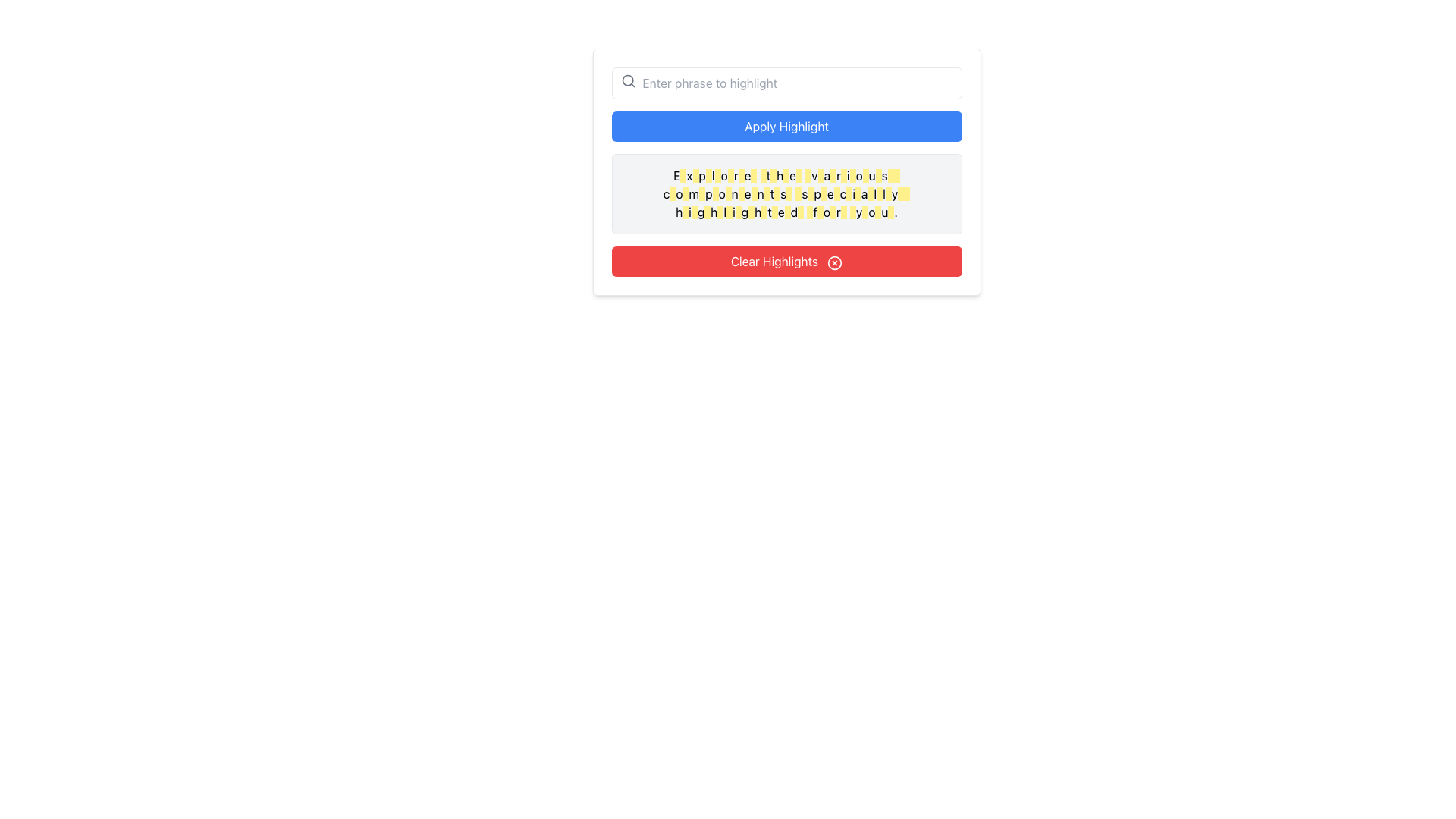 The image size is (1456, 819). What do you see at coordinates (730, 174) in the screenshot?
I see `the fifth small rectangular highlight marker in the first row of words inside the text box below the 'Apply Highlight' button to interact with the surrounding text area` at bounding box center [730, 174].